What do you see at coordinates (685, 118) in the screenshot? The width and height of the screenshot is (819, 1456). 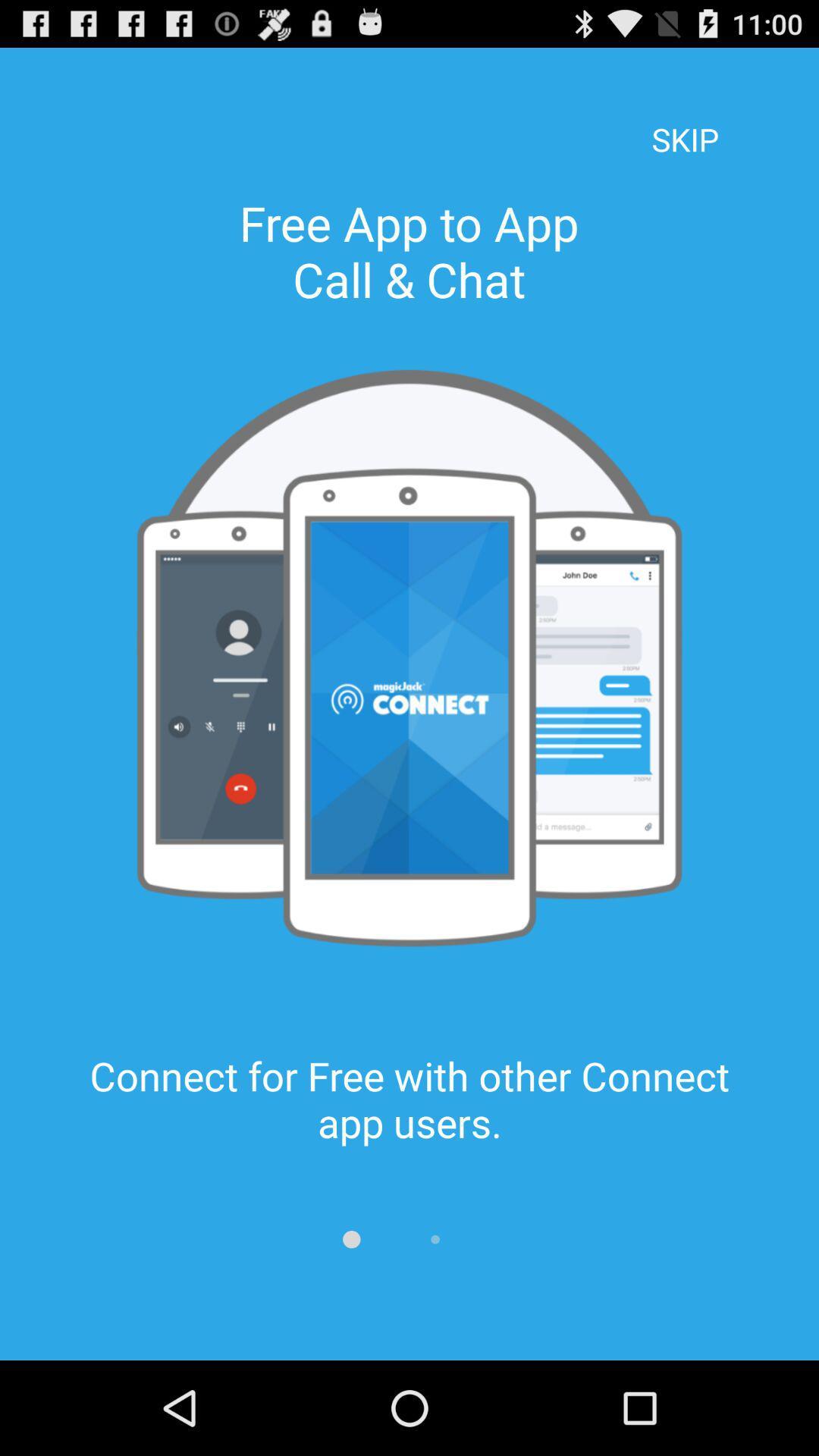 I see `item to the right of free app to icon` at bounding box center [685, 118].